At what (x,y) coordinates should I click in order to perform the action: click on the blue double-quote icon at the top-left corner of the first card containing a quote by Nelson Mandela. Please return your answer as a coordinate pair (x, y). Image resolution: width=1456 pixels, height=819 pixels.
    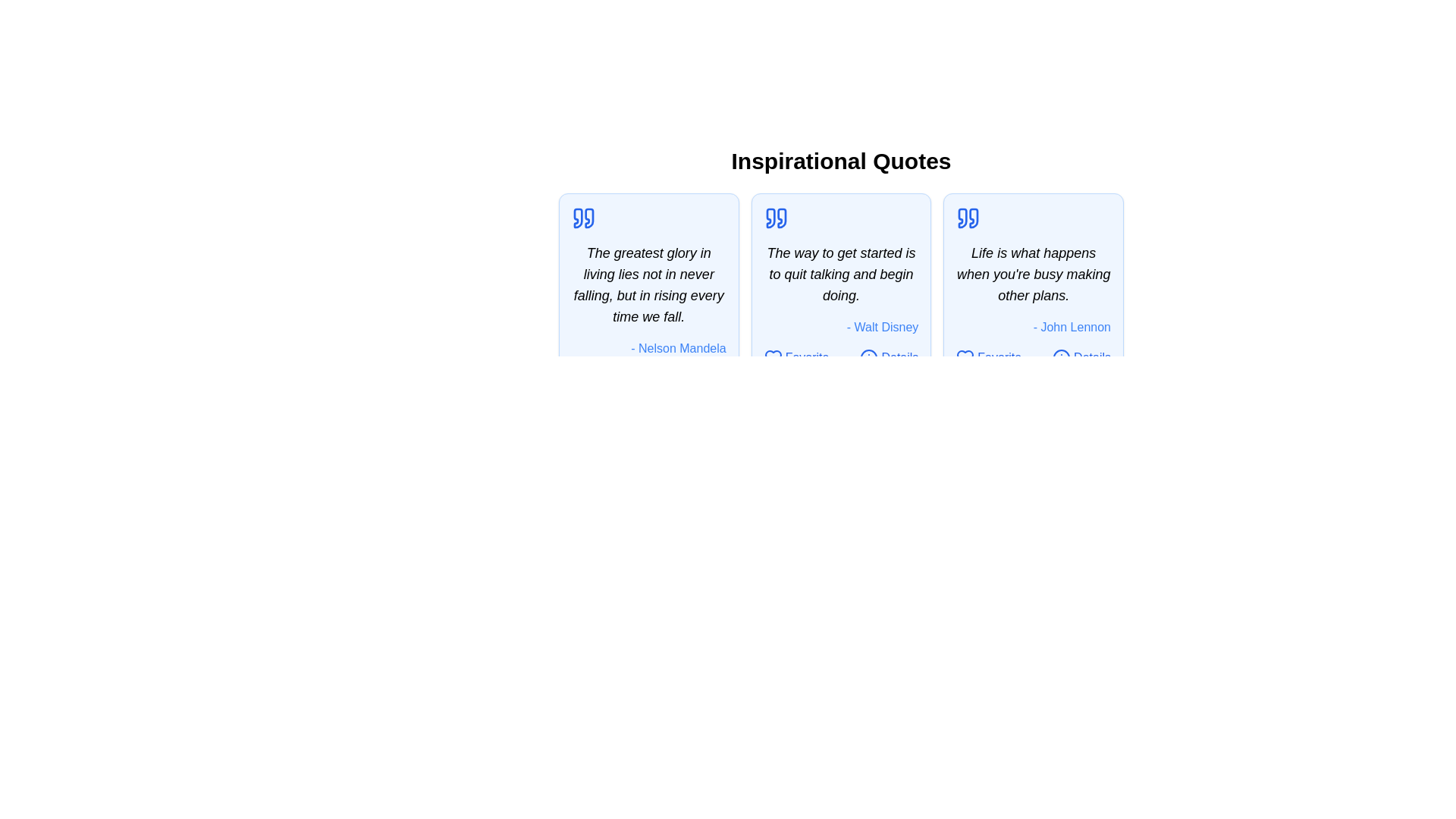
    Looking at the image, I should click on (582, 218).